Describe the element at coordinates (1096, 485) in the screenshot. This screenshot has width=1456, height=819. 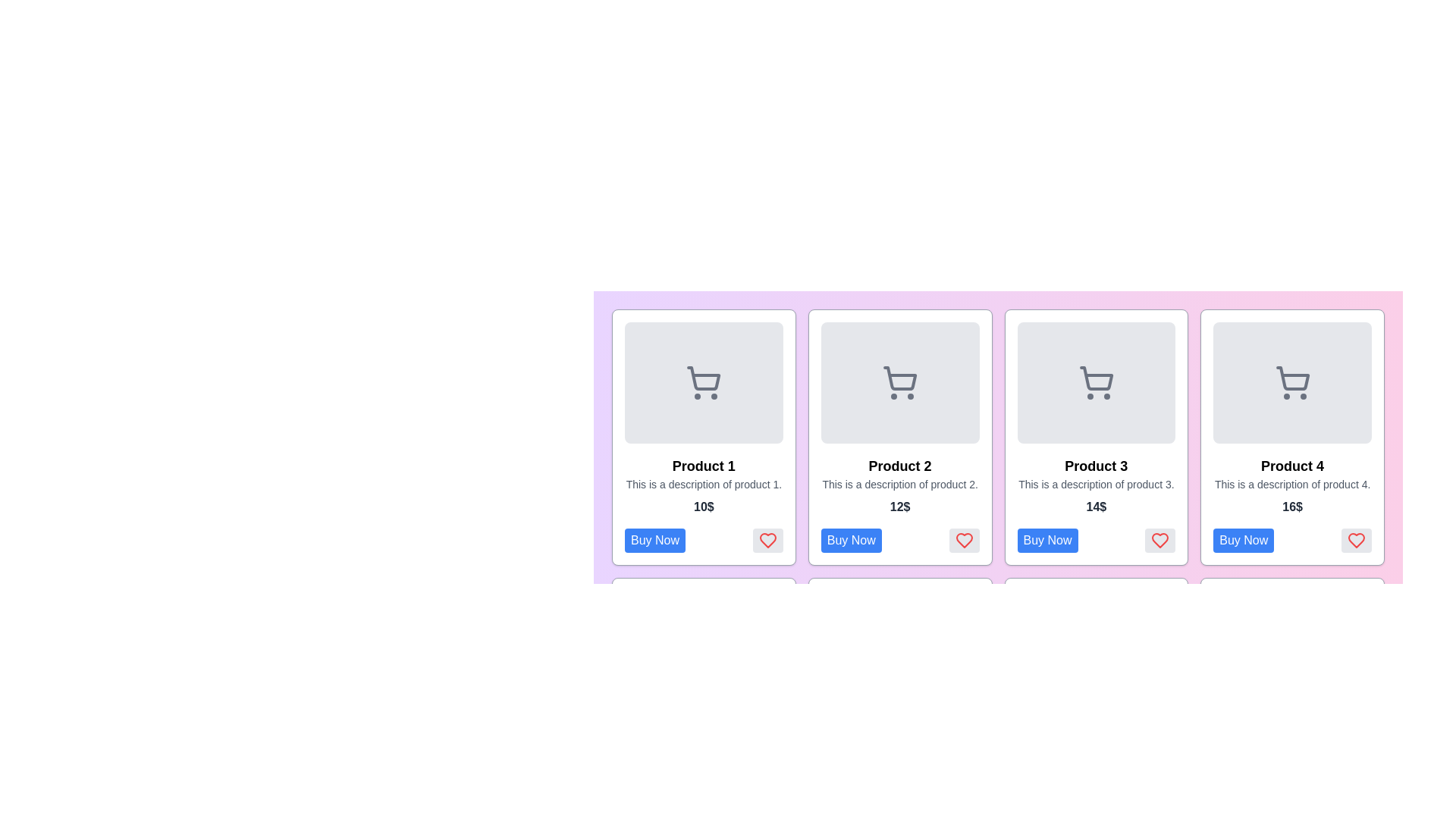
I see `descriptive text located in the third product card, positioned centrally below the title and above the price label` at that location.